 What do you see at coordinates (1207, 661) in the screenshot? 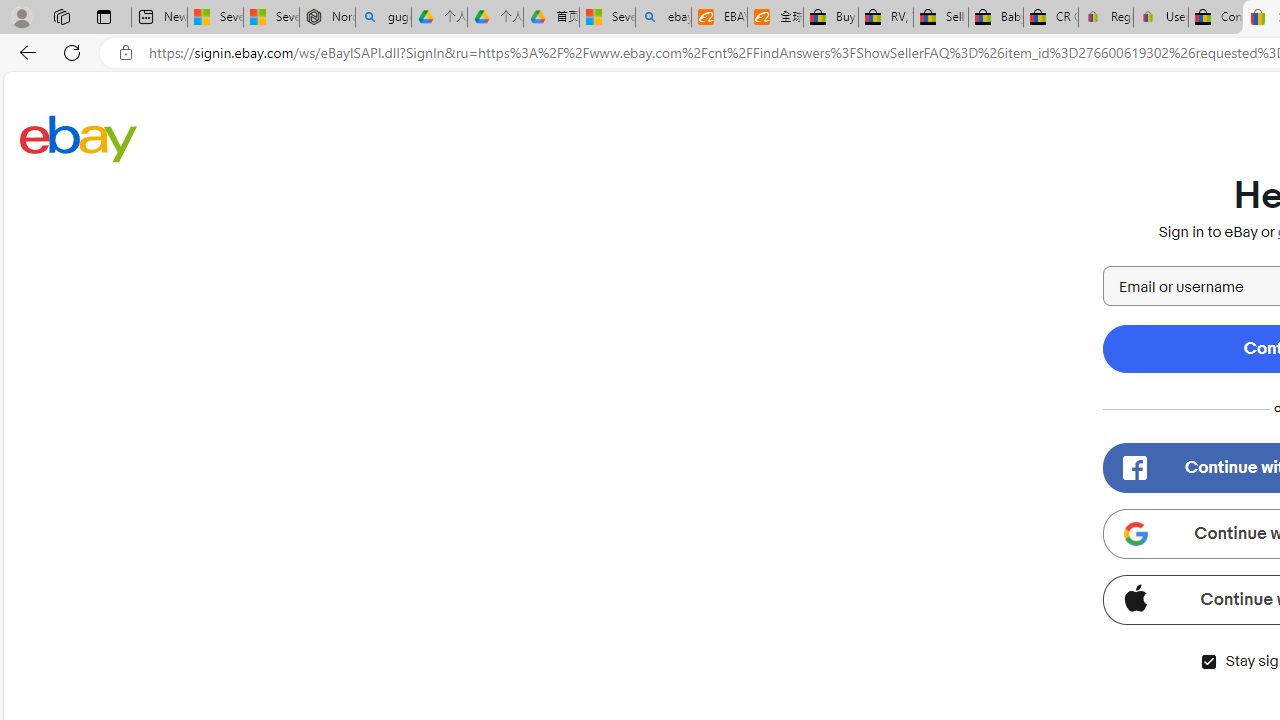
I see `'Stay signed in'` at bounding box center [1207, 661].